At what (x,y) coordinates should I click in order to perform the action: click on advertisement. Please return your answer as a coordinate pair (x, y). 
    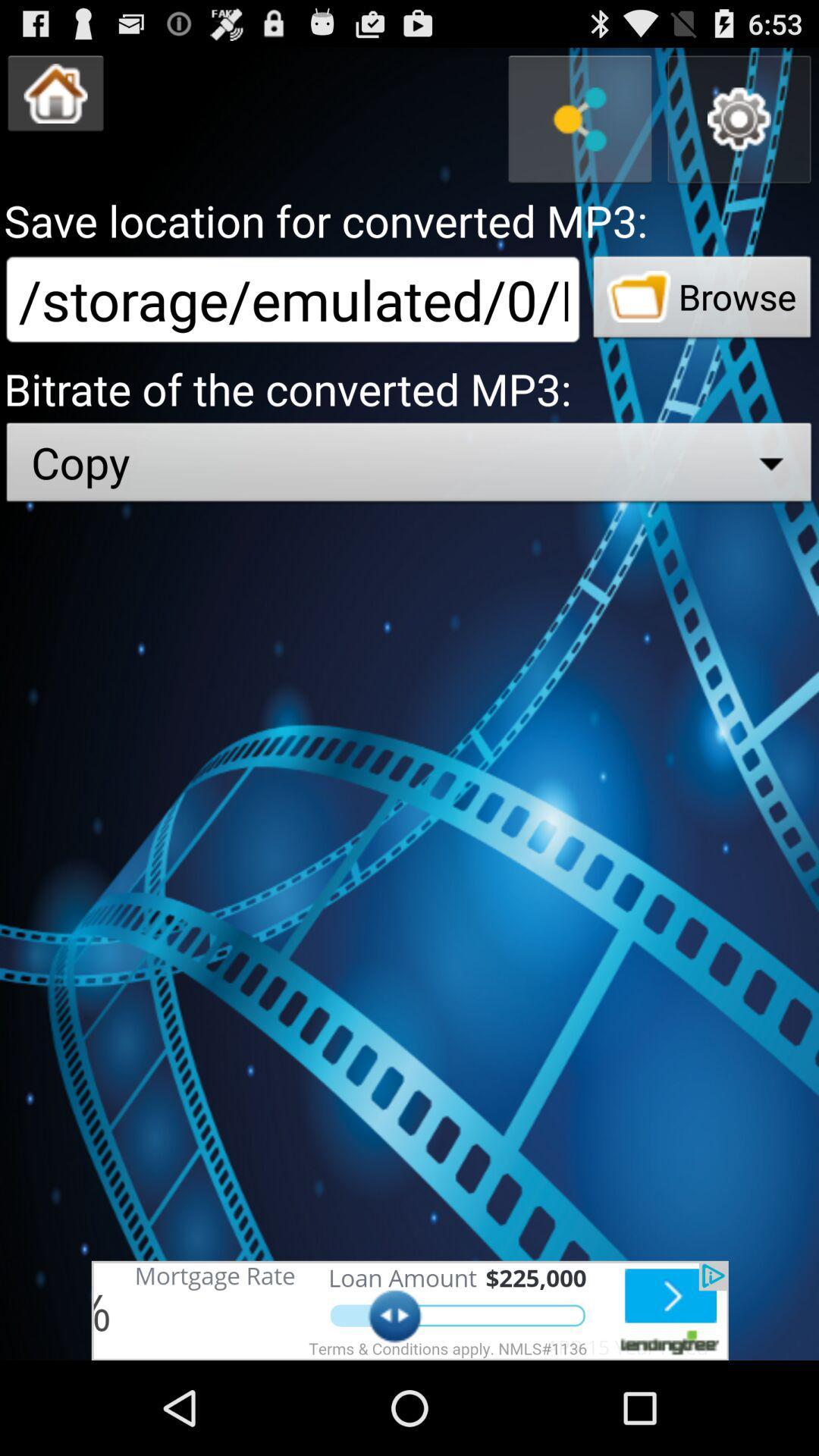
    Looking at the image, I should click on (409, 1310).